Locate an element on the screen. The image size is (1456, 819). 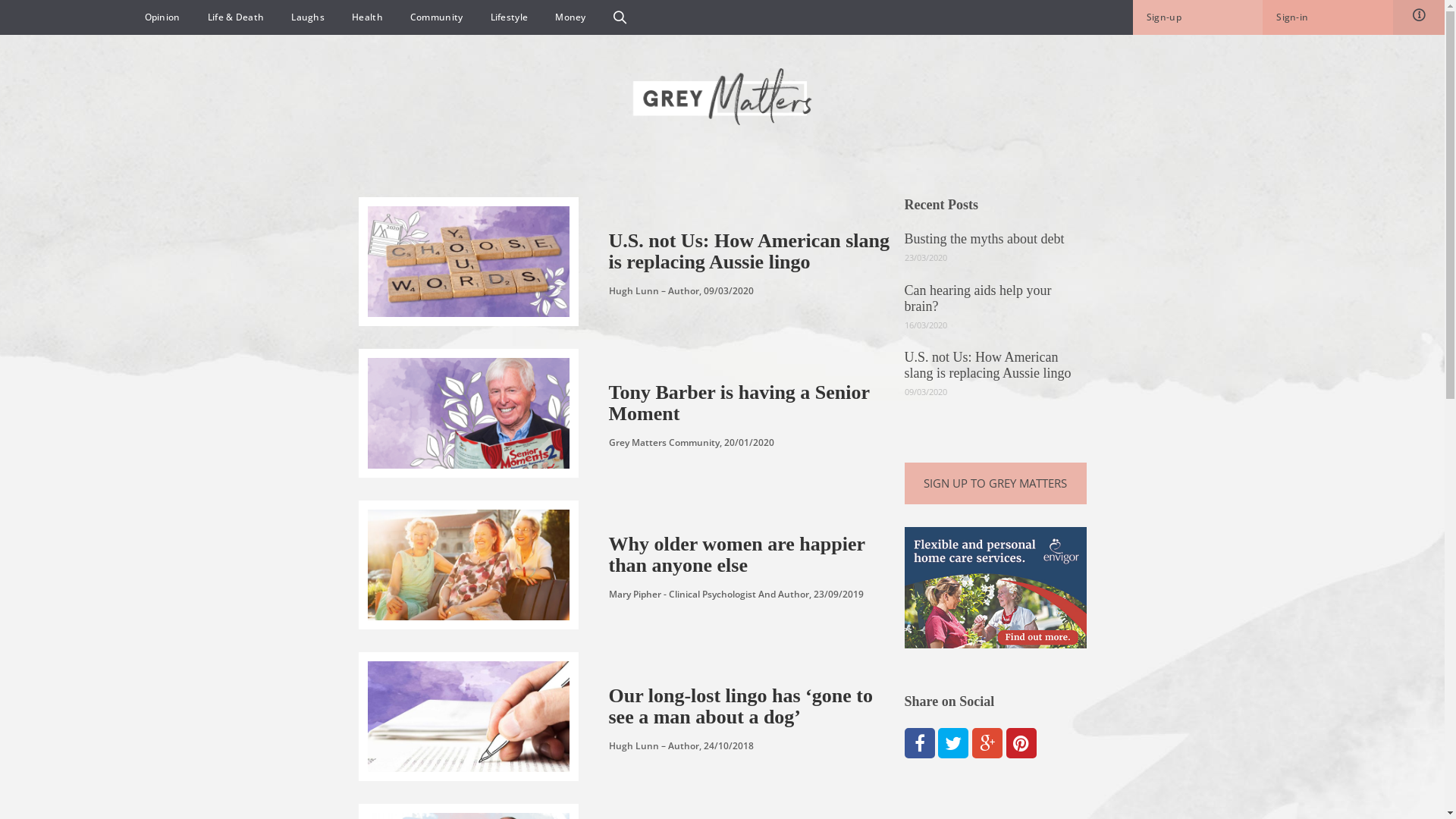
'09/03/2020' is located at coordinates (728, 290).